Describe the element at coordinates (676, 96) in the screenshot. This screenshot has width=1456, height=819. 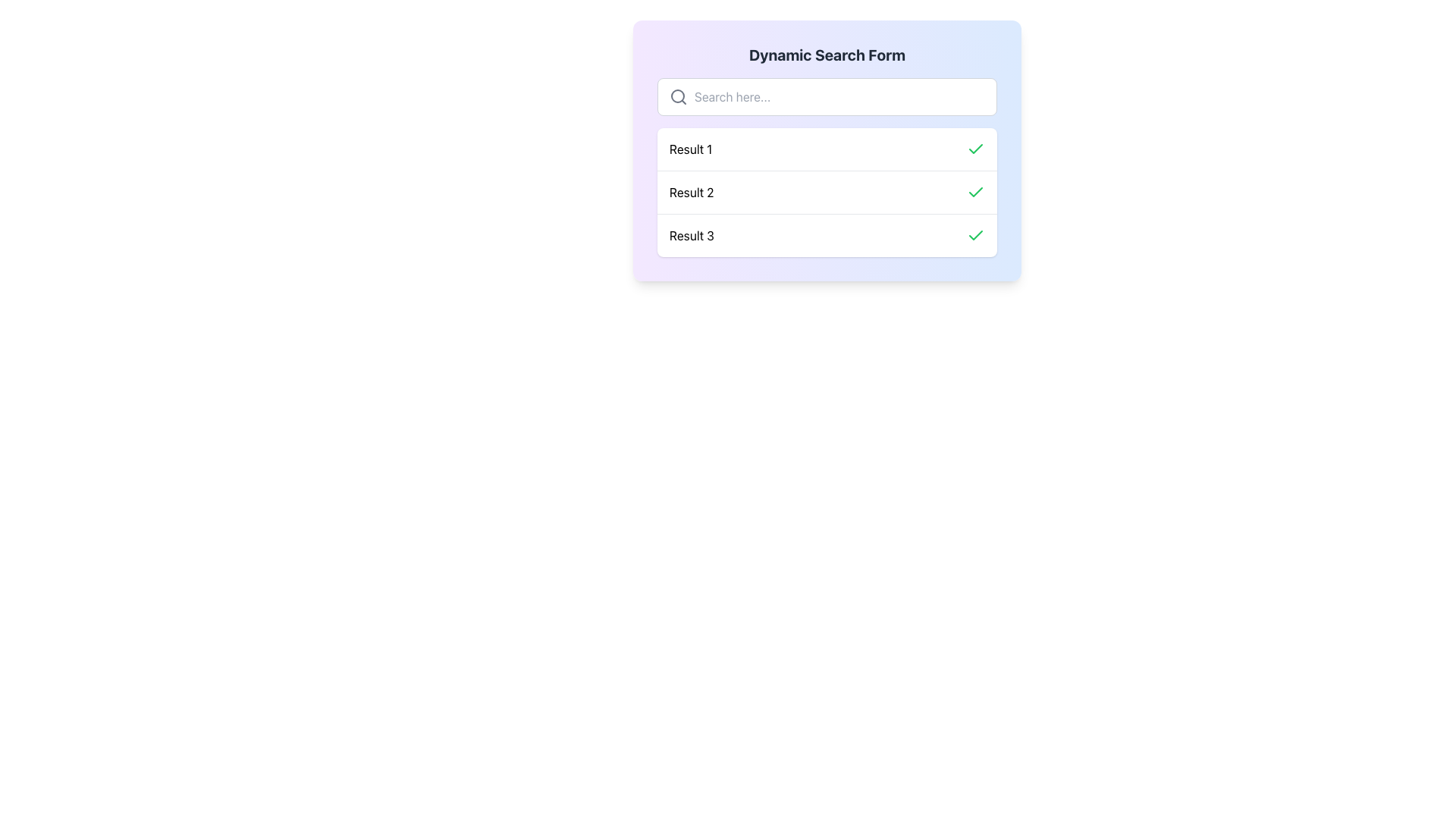
I see `the inner circle of the search icon represented as a Decorative SVG circle, which is styled as an SVG circle with a radius of 8px` at that location.